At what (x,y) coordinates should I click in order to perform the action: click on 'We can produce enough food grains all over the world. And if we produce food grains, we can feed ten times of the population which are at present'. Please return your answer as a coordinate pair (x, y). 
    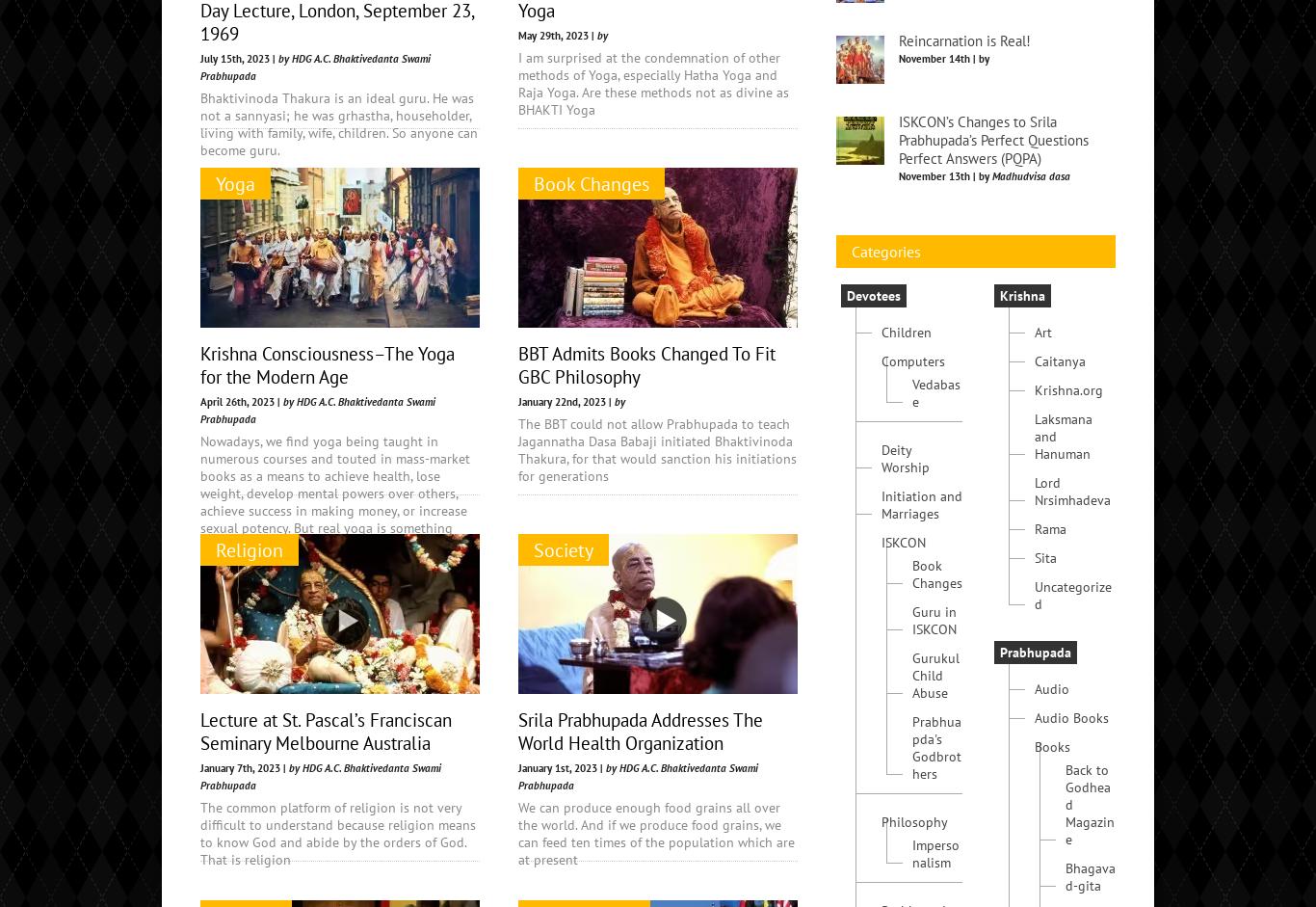
    Looking at the image, I should click on (655, 833).